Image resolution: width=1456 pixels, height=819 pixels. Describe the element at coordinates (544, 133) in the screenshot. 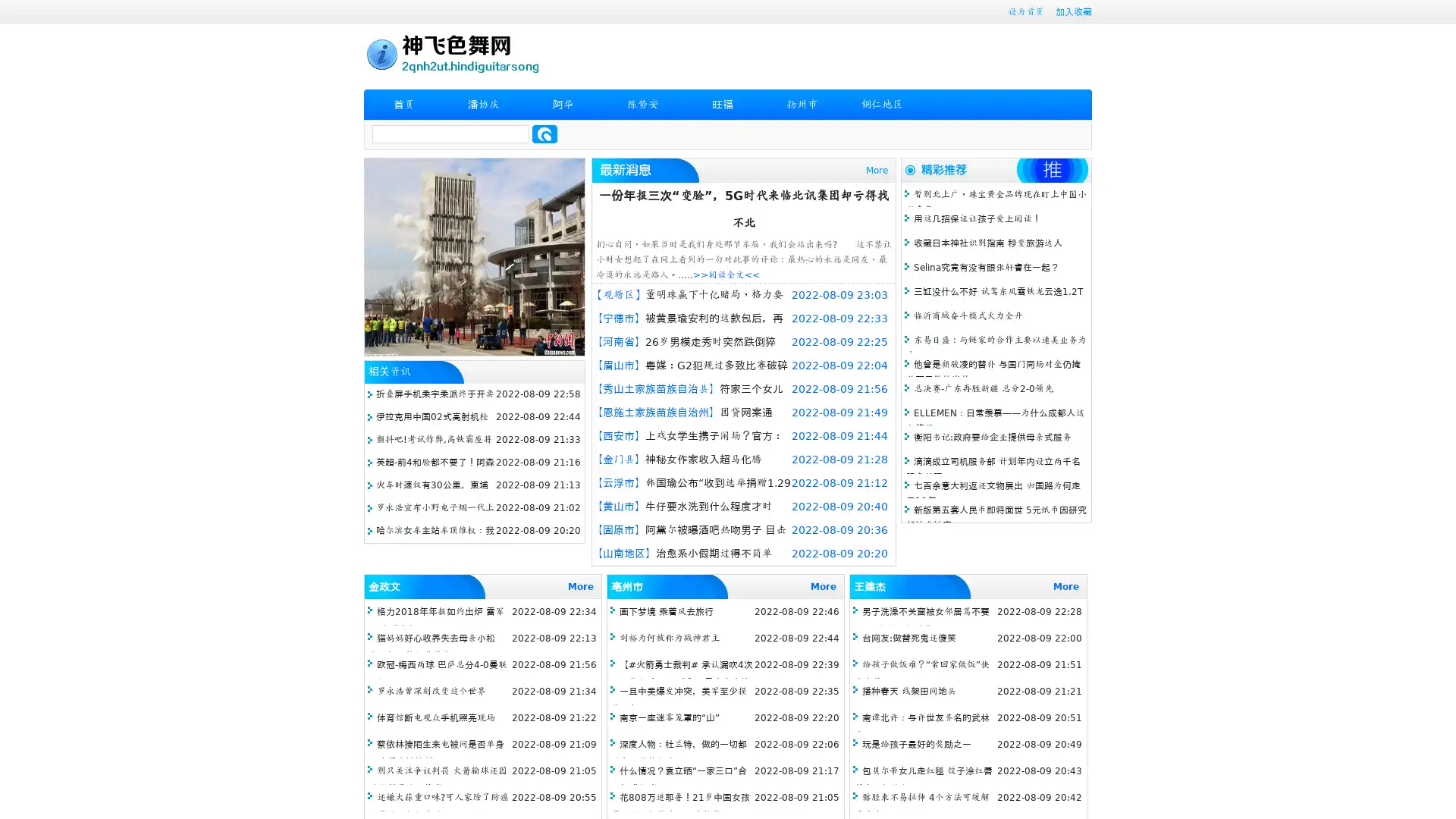

I see `Search` at that location.